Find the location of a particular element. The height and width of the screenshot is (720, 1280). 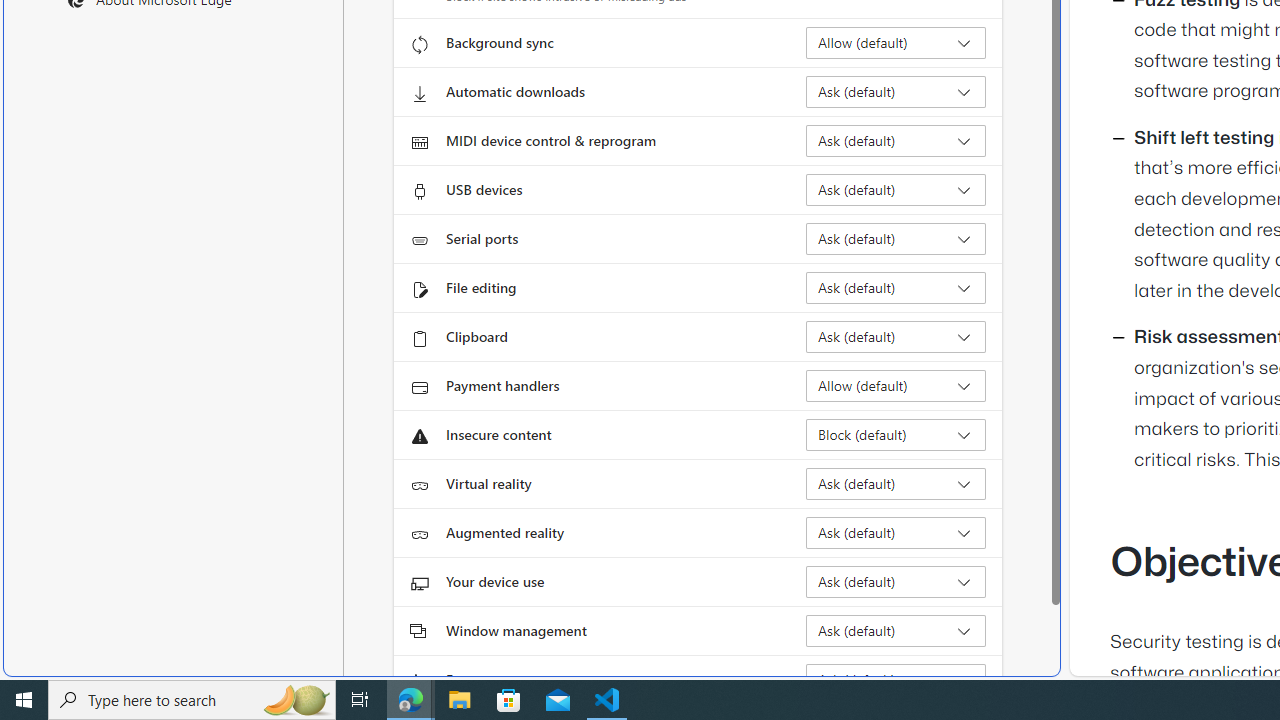

'Your device use Ask (default)' is located at coordinates (895, 582).